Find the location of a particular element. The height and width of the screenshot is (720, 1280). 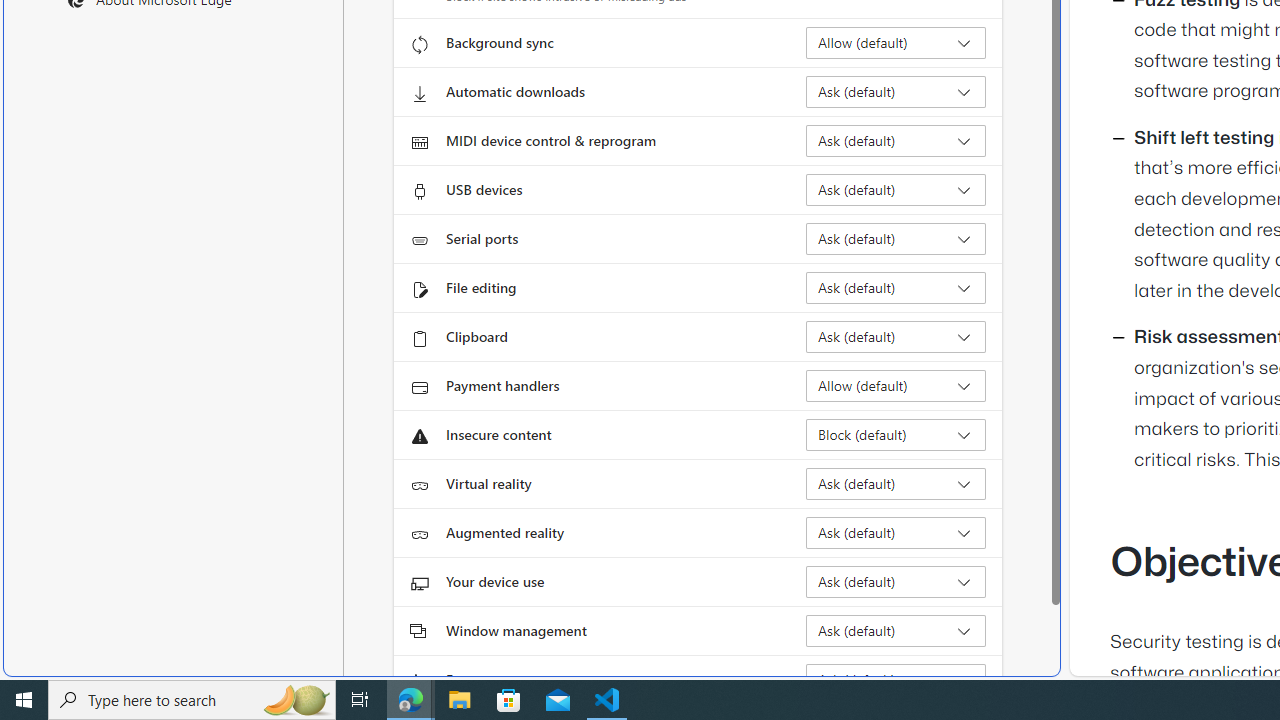

'Your device use Ask (default)' is located at coordinates (895, 582).